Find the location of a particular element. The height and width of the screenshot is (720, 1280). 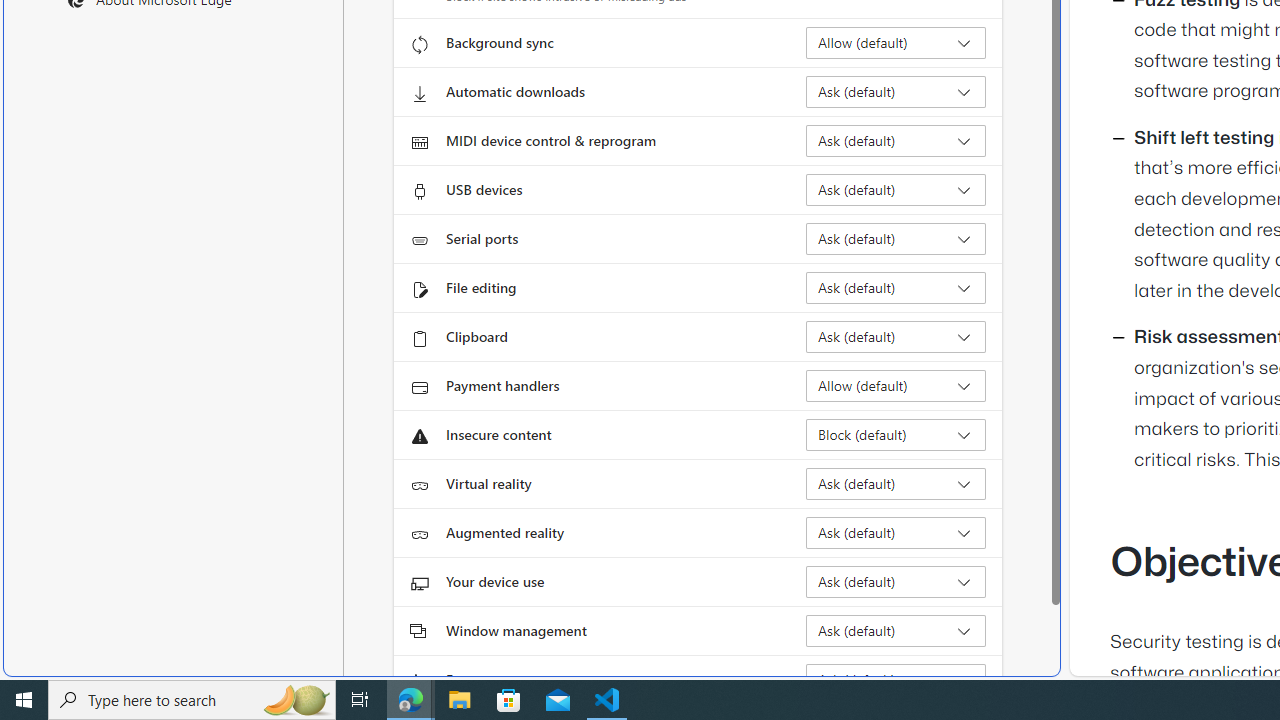

'Your device use Ask (default)' is located at coordinates (895, 582).